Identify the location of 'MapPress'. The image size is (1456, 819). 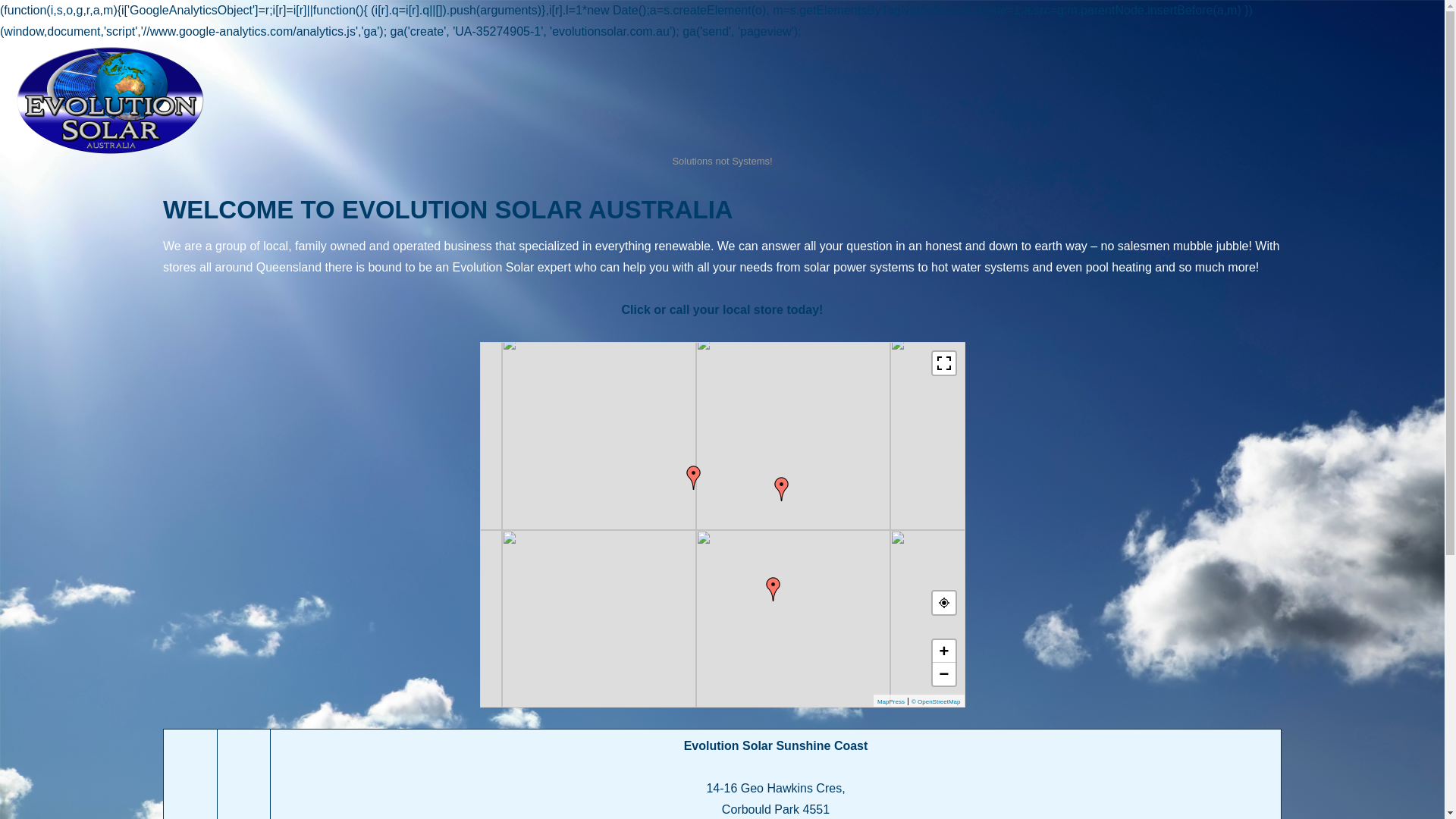
(877, 701).